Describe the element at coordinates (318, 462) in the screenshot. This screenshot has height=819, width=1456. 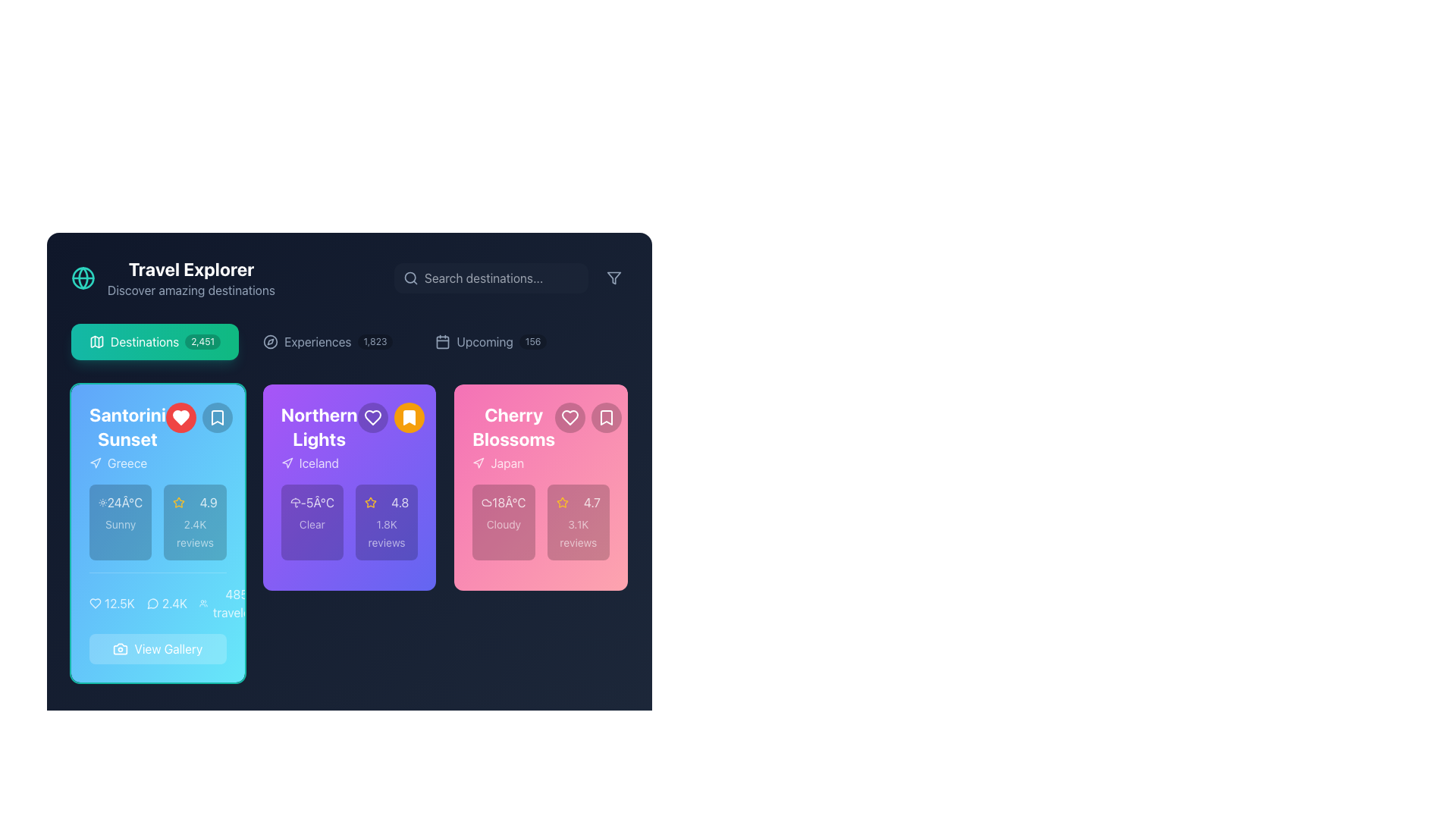
I see `the text label displaying 'Iceland', which is styled in white color with slight opacity and located inside the purple 'Northern Lights' card, positioned near the bottom left corner beneath the card title` at that location.